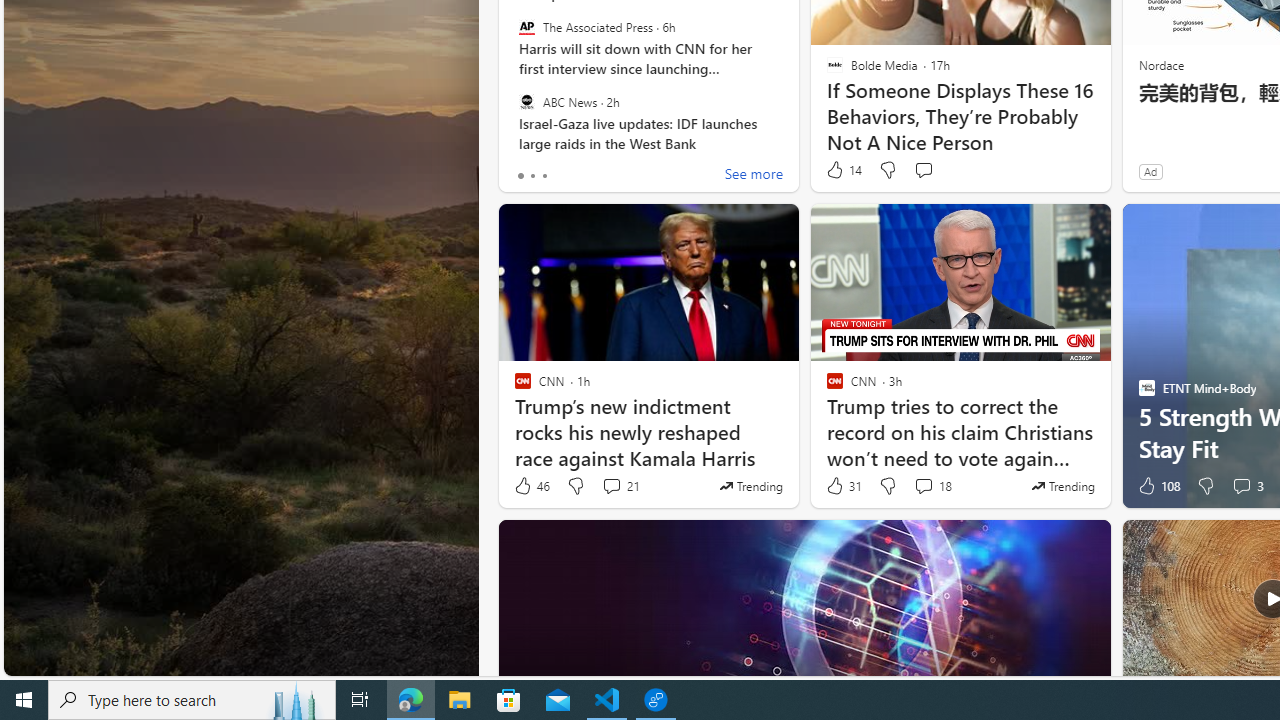 The width and height of the screenshot is (1280, 720). Describe the element at coordinates (843, 169) in the screenshot. I see `'14 Like'` at that location.